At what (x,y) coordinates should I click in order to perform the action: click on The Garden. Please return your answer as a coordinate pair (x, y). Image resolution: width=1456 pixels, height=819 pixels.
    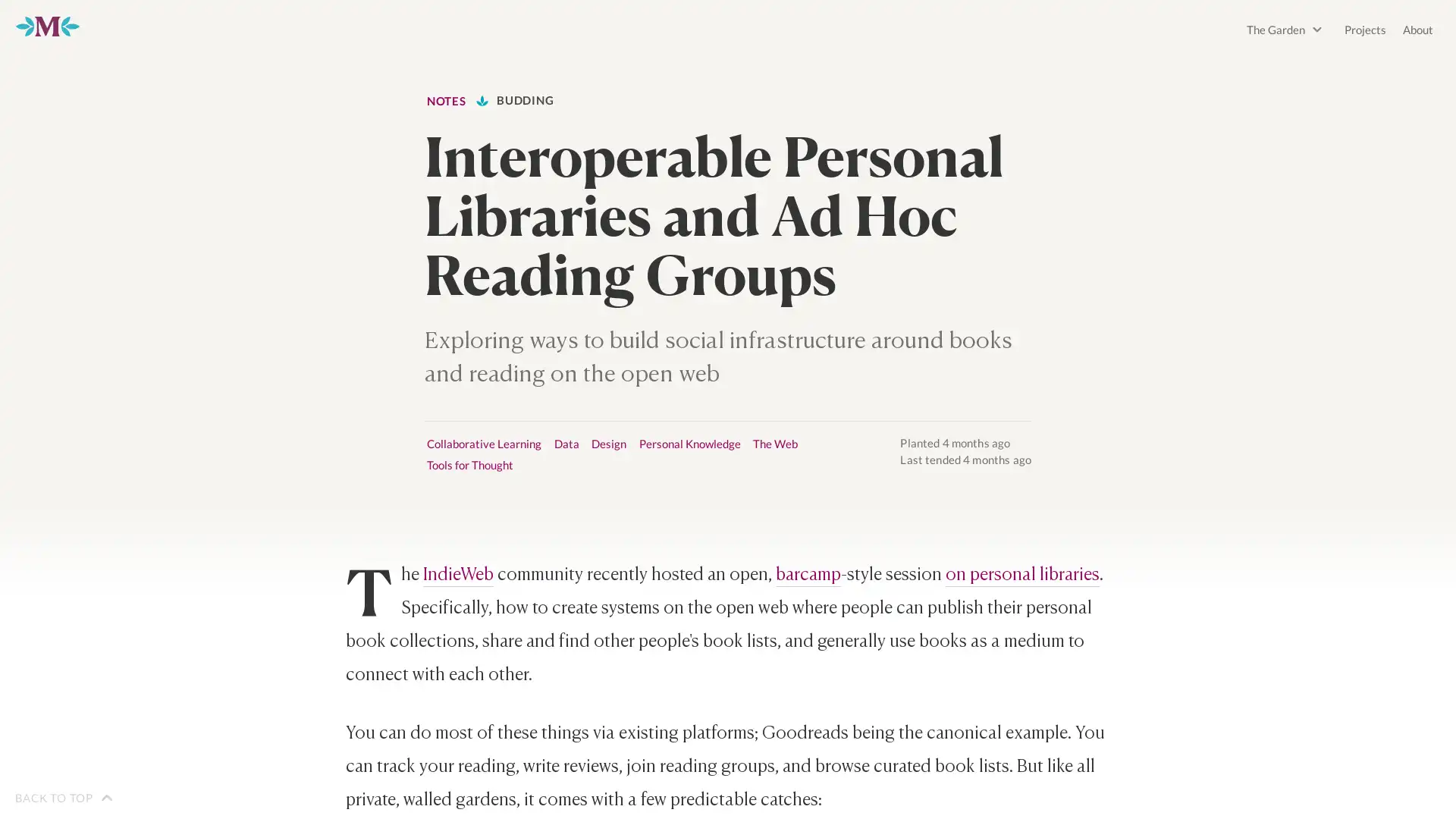
    Looking at the image, I should click on (1276, 29).